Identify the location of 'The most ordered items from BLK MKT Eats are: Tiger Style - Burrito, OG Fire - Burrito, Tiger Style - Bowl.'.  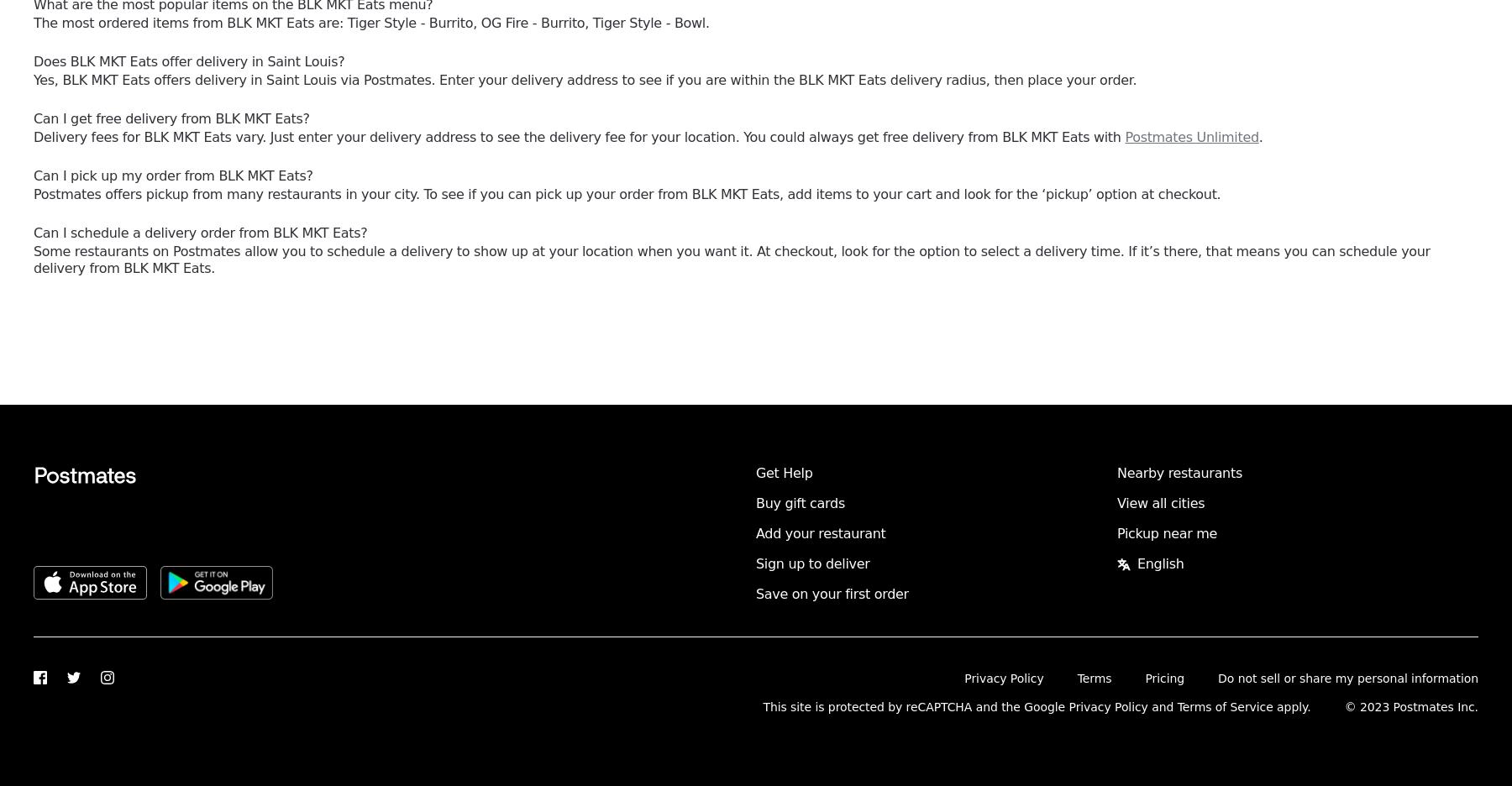
(371, 22).